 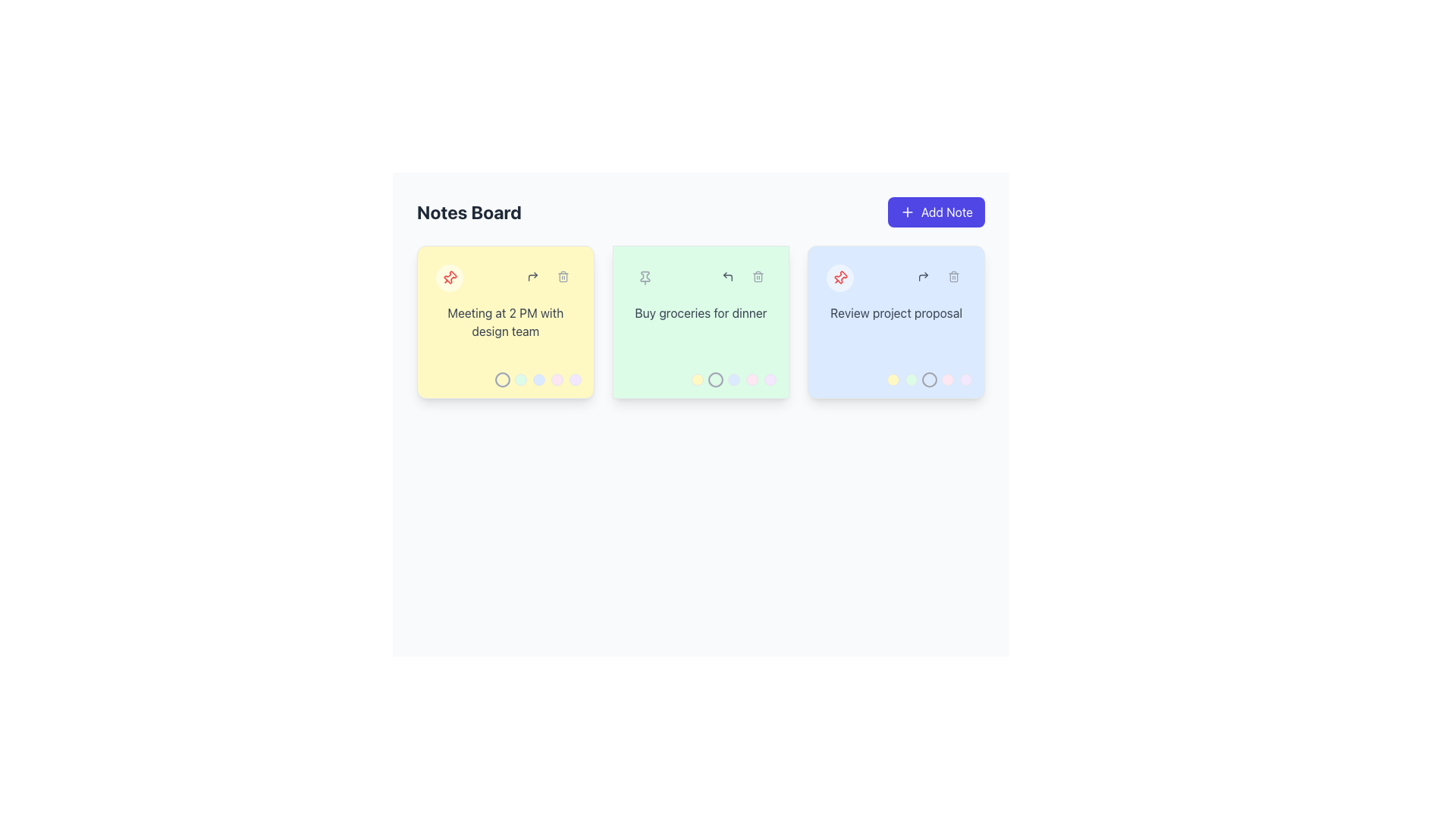 What do you see at coordinates (938, 277) in the screenshot?
I see `the action bar in the top-right corner of the note card titled 'Review project proposal'` at bounding box center [938, 277].